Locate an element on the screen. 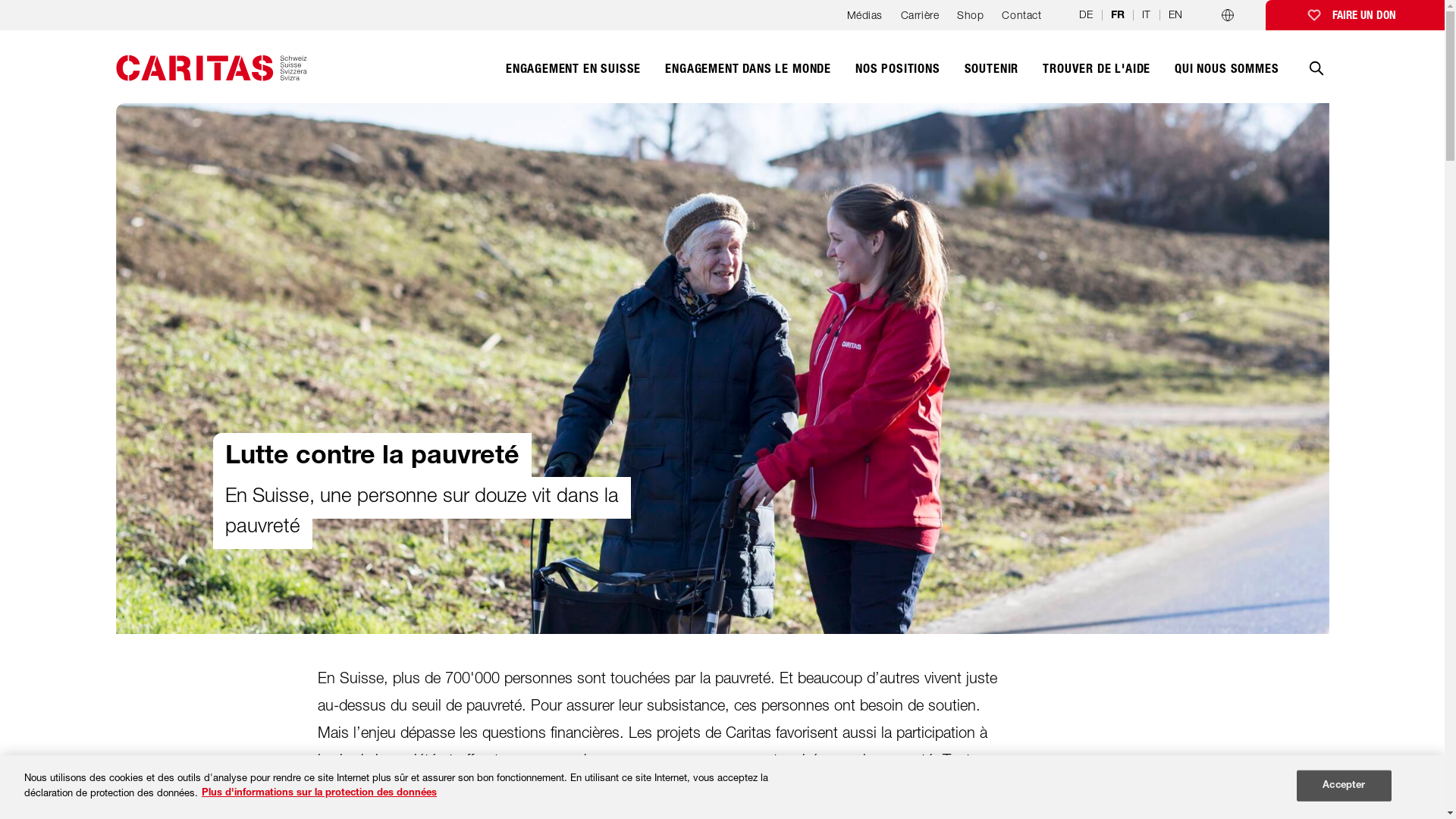  'DE' is located at coordinates (1084, 14).